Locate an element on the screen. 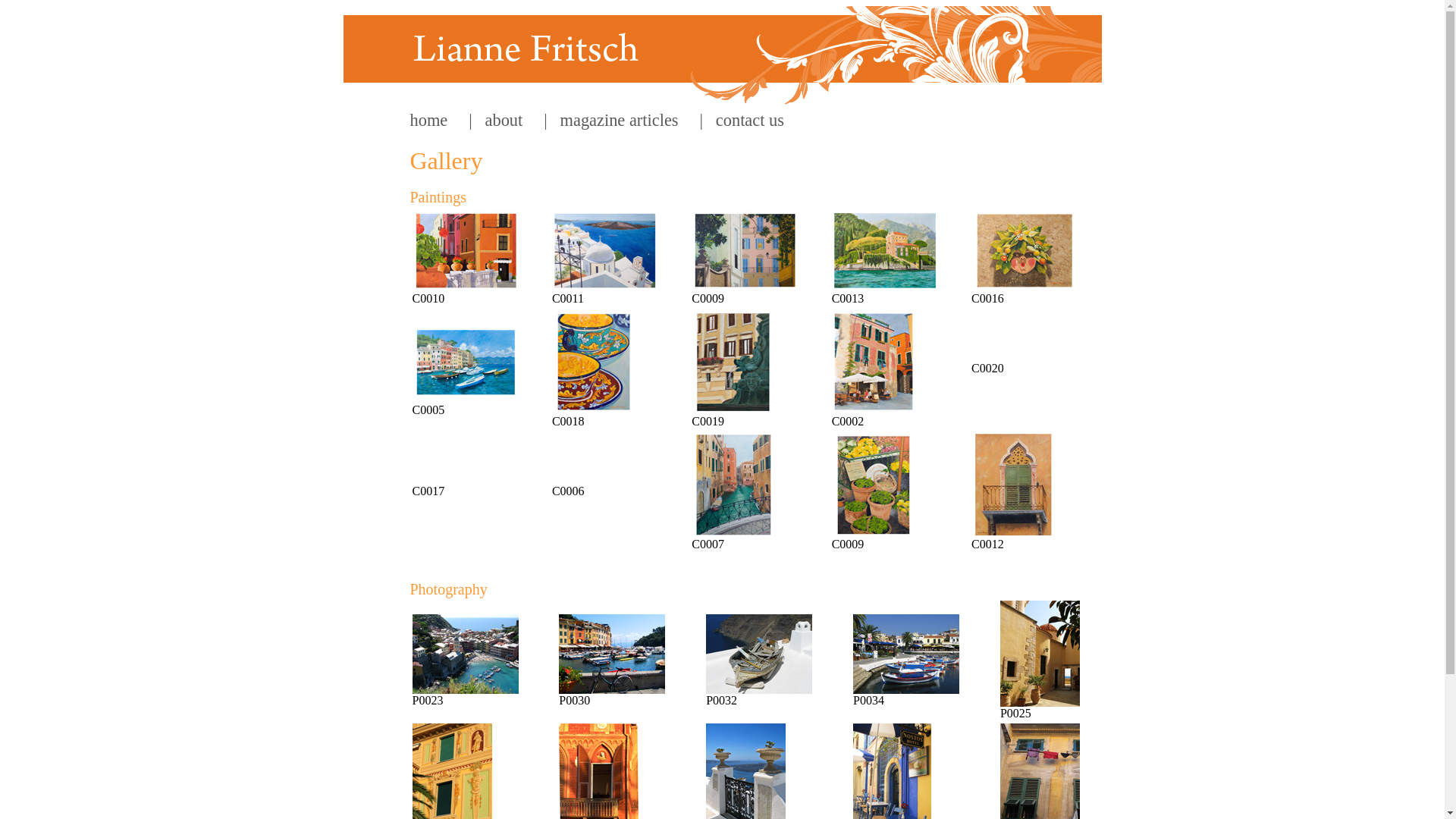  '   contact us' is located at coordinates (743, 119).